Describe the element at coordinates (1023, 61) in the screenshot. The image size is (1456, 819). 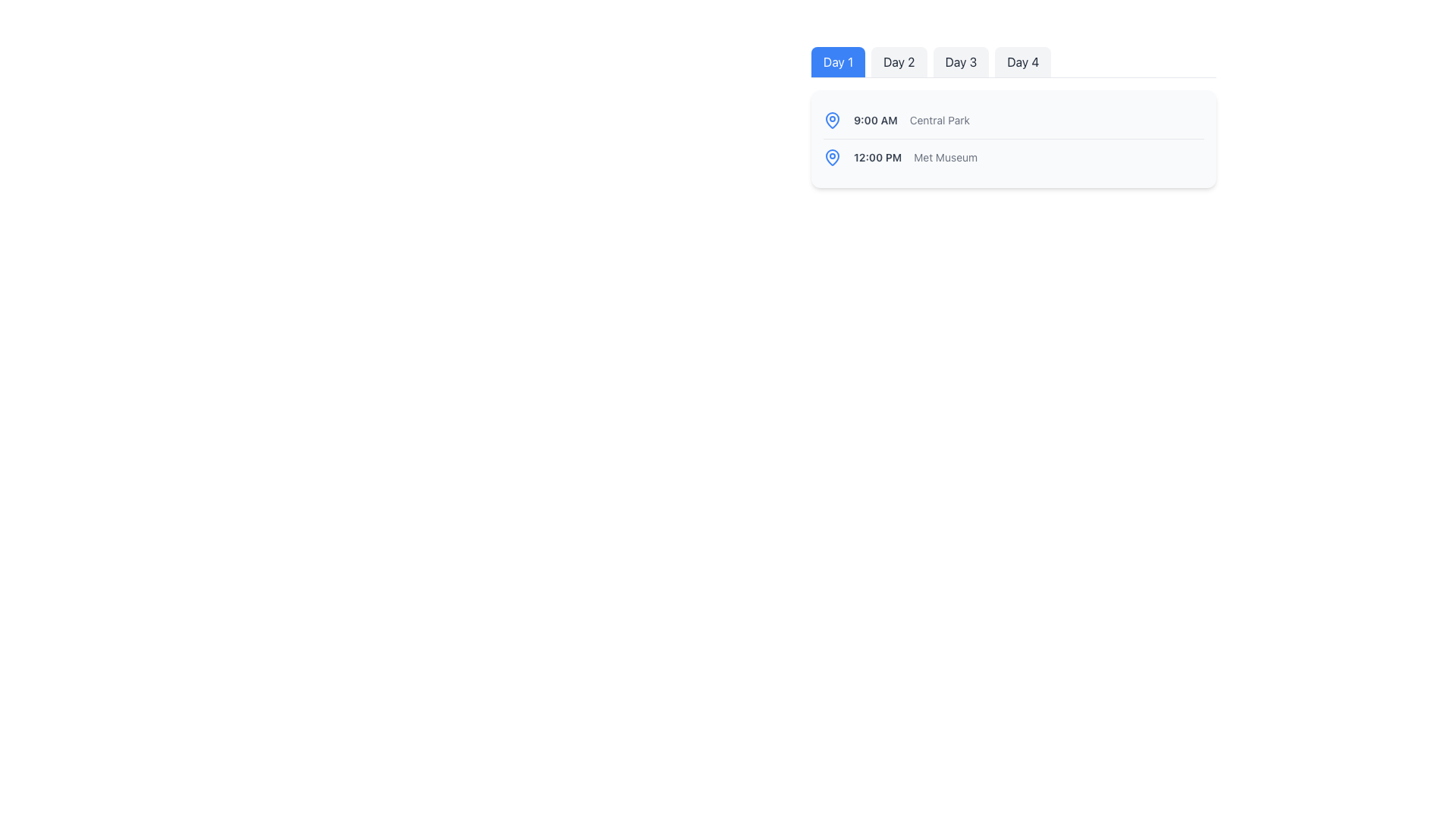
I see `the 'Day 4' tab button using keyboard navigation` at that location.